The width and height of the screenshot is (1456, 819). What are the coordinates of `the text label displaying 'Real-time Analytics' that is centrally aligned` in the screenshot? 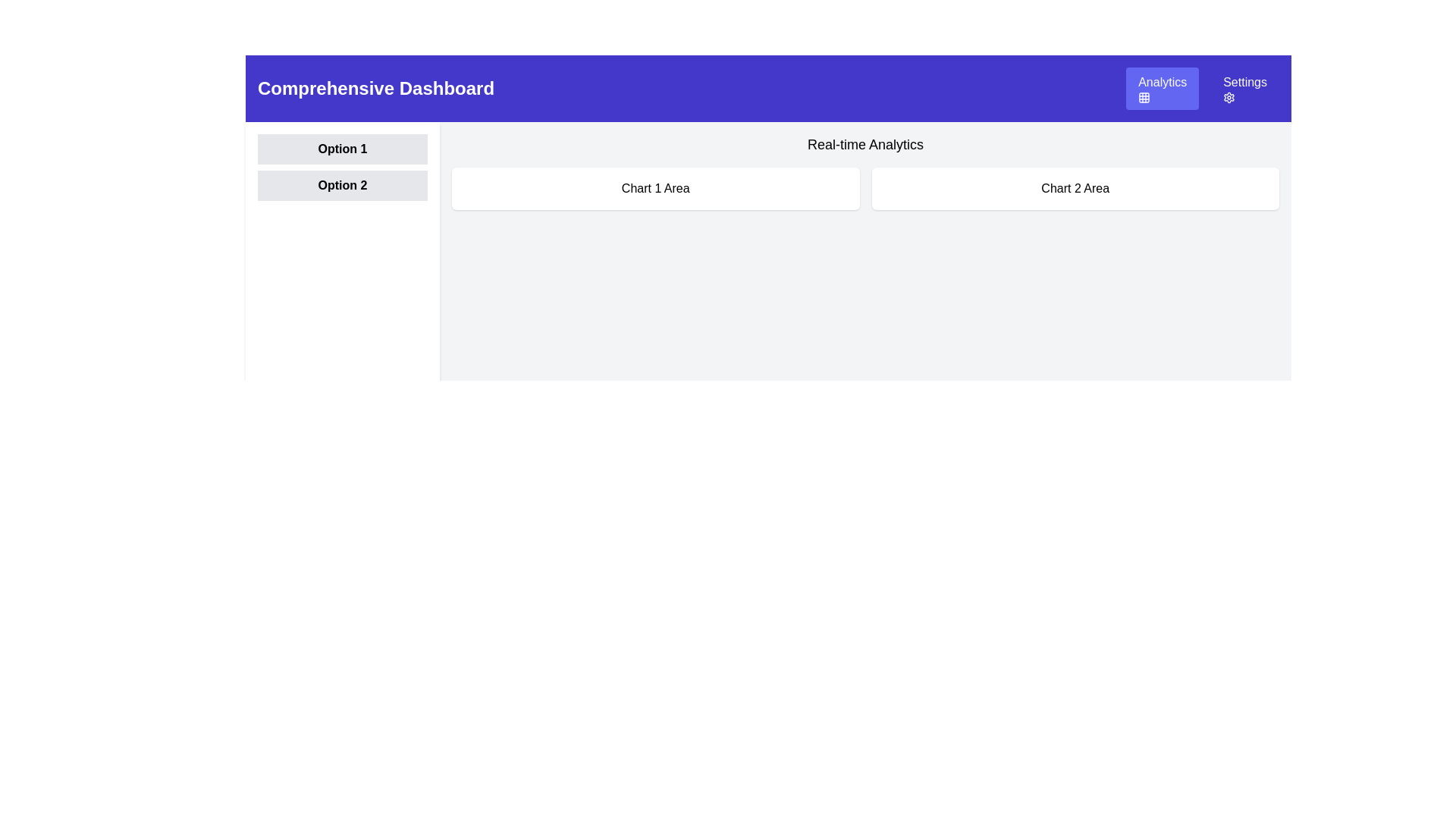 It's located at (865, 145).